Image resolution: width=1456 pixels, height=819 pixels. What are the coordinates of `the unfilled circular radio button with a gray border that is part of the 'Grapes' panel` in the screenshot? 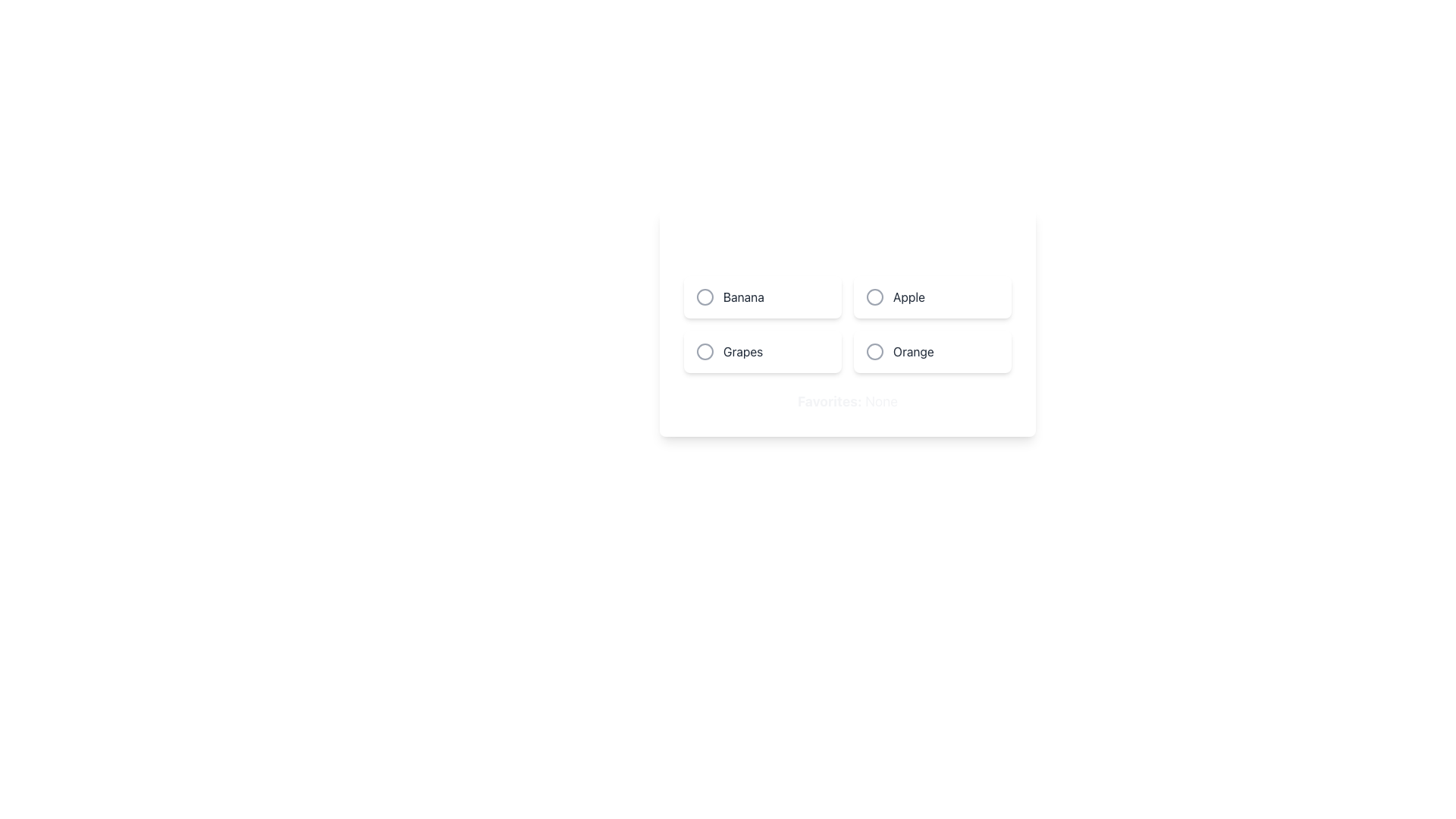 It's located at (704, 351).